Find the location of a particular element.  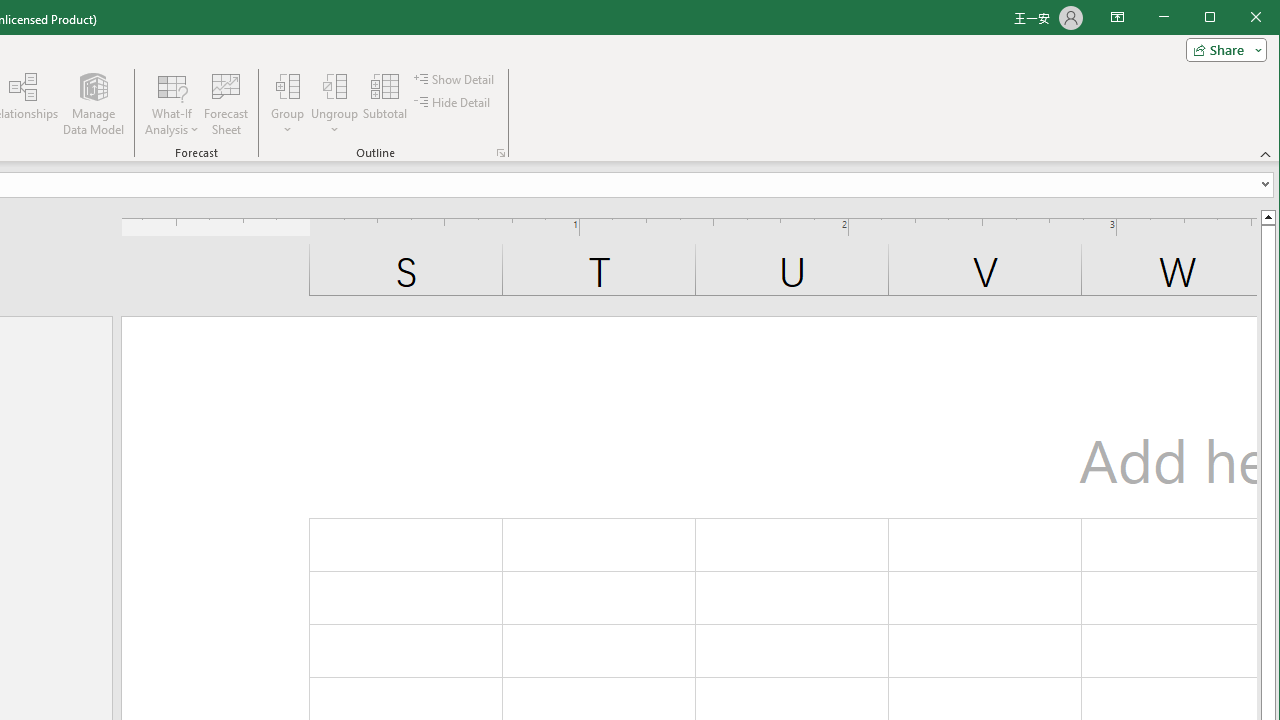

'Manage Data Model' is located at coordinates (93, 104).